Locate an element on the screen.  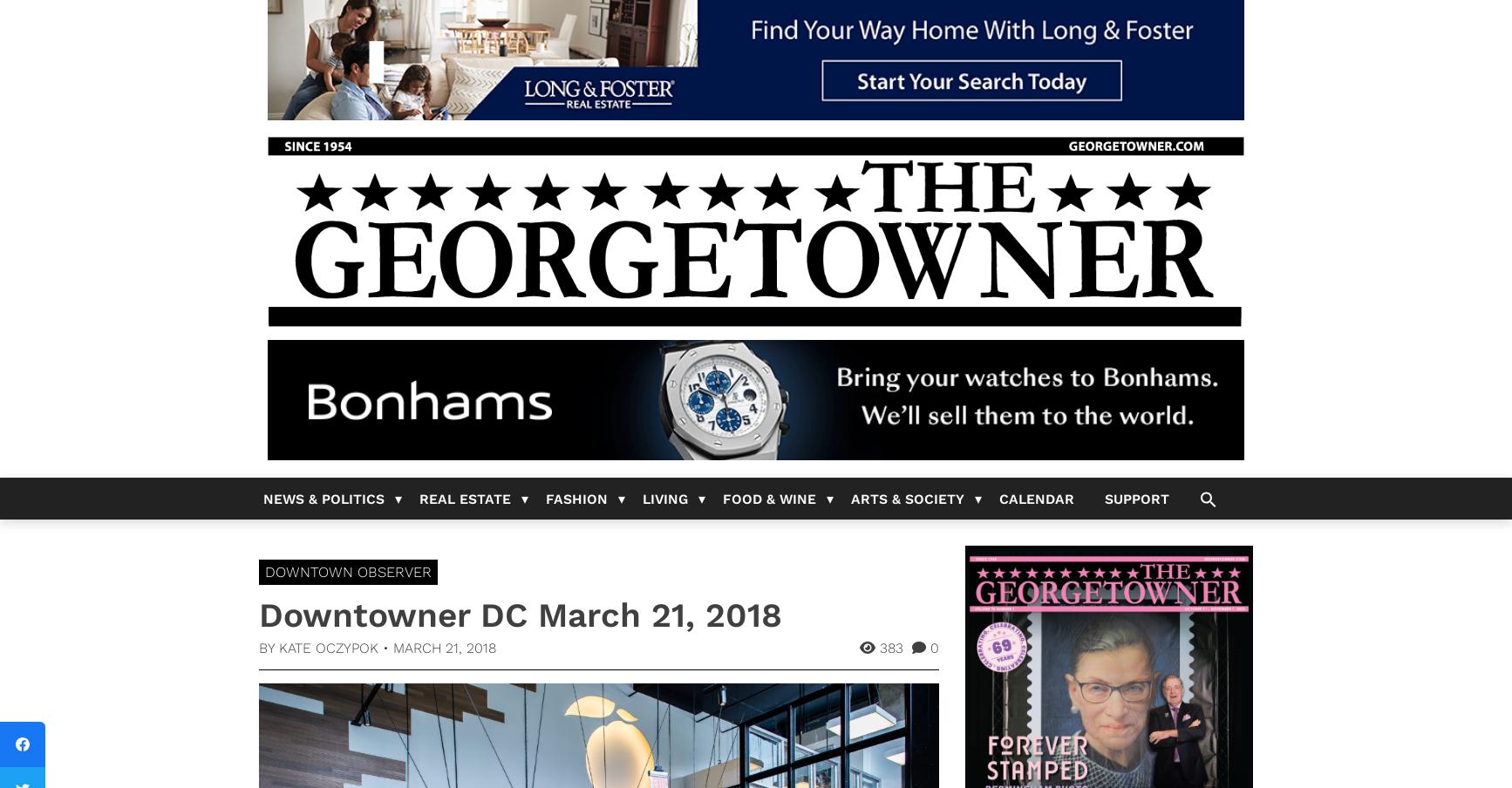
'Support' is located at coordinates (1135, 498).